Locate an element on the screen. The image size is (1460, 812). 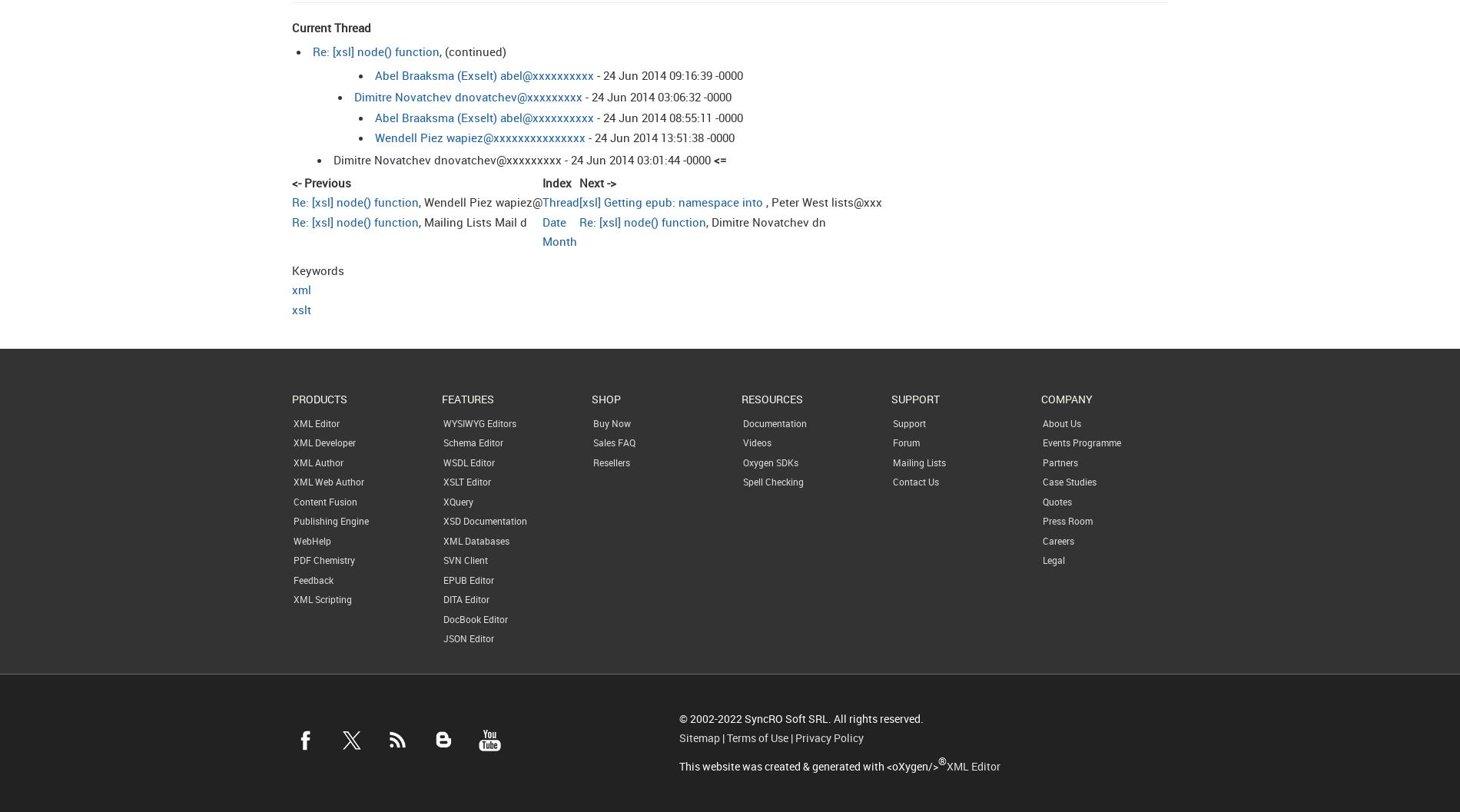
'Date' is located at coordinates (553, 220).